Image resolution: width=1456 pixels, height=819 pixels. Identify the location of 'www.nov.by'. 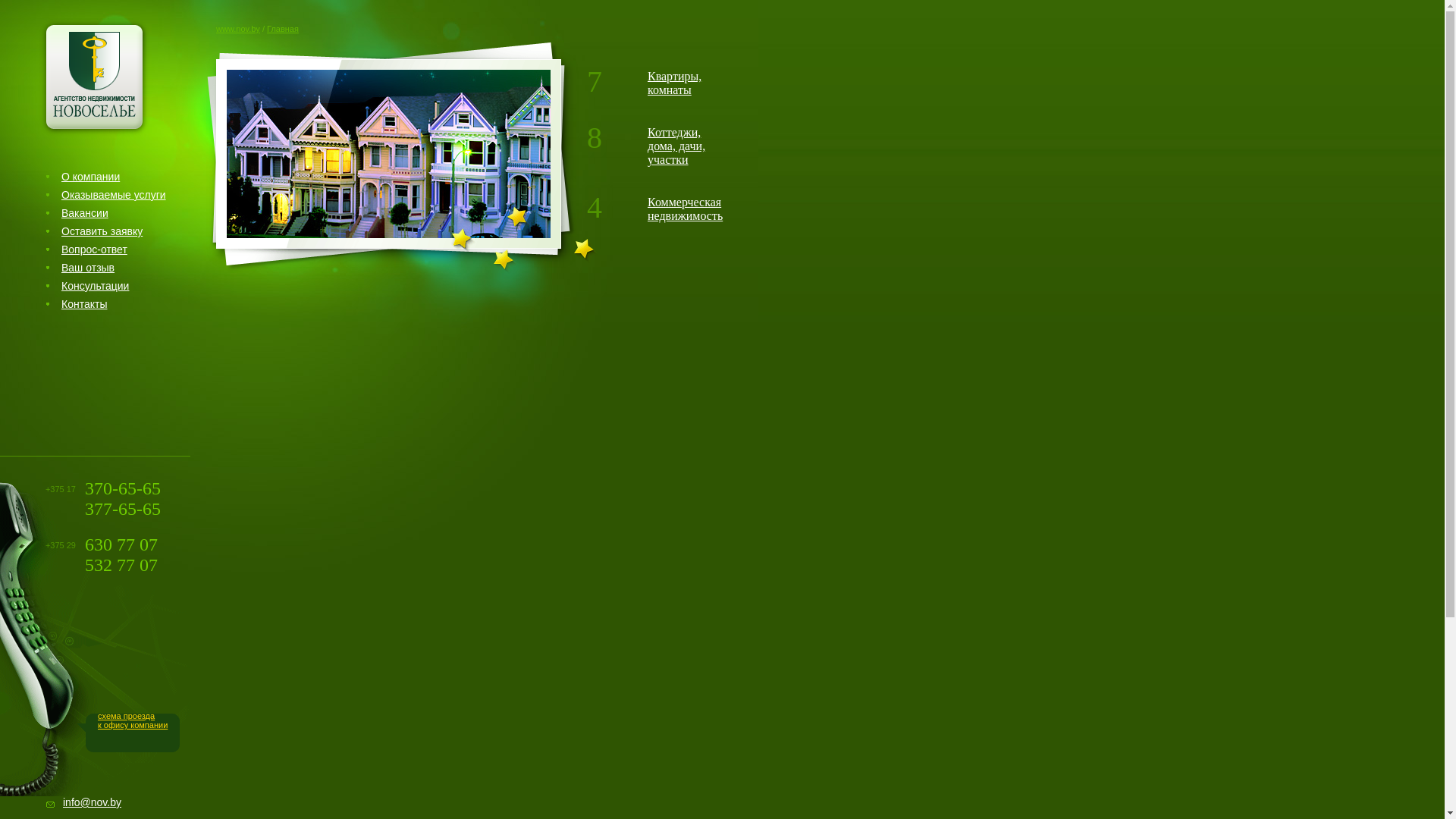
(237, 29).